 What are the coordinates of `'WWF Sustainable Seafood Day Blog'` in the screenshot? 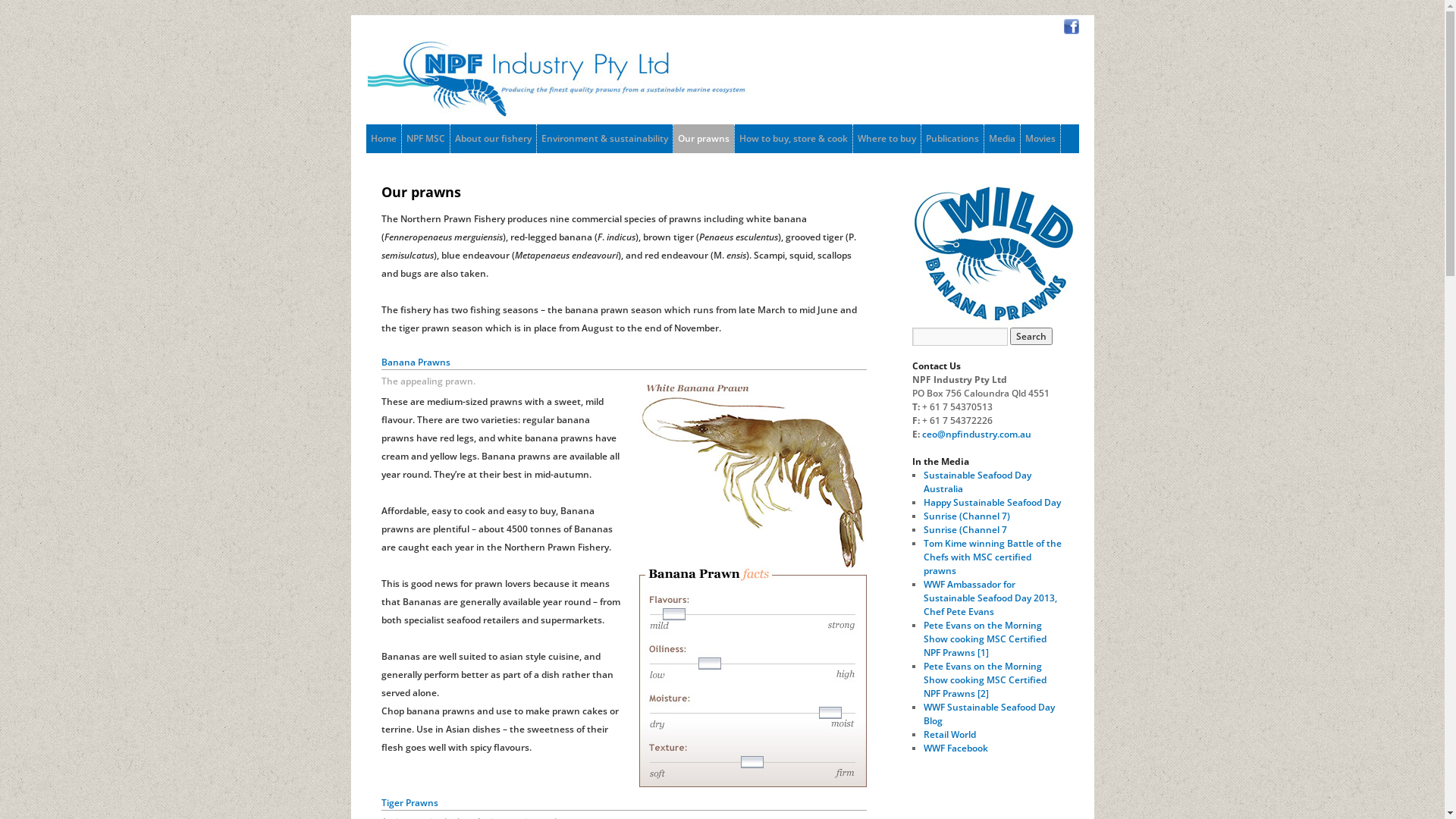 It's located at (989, 714).